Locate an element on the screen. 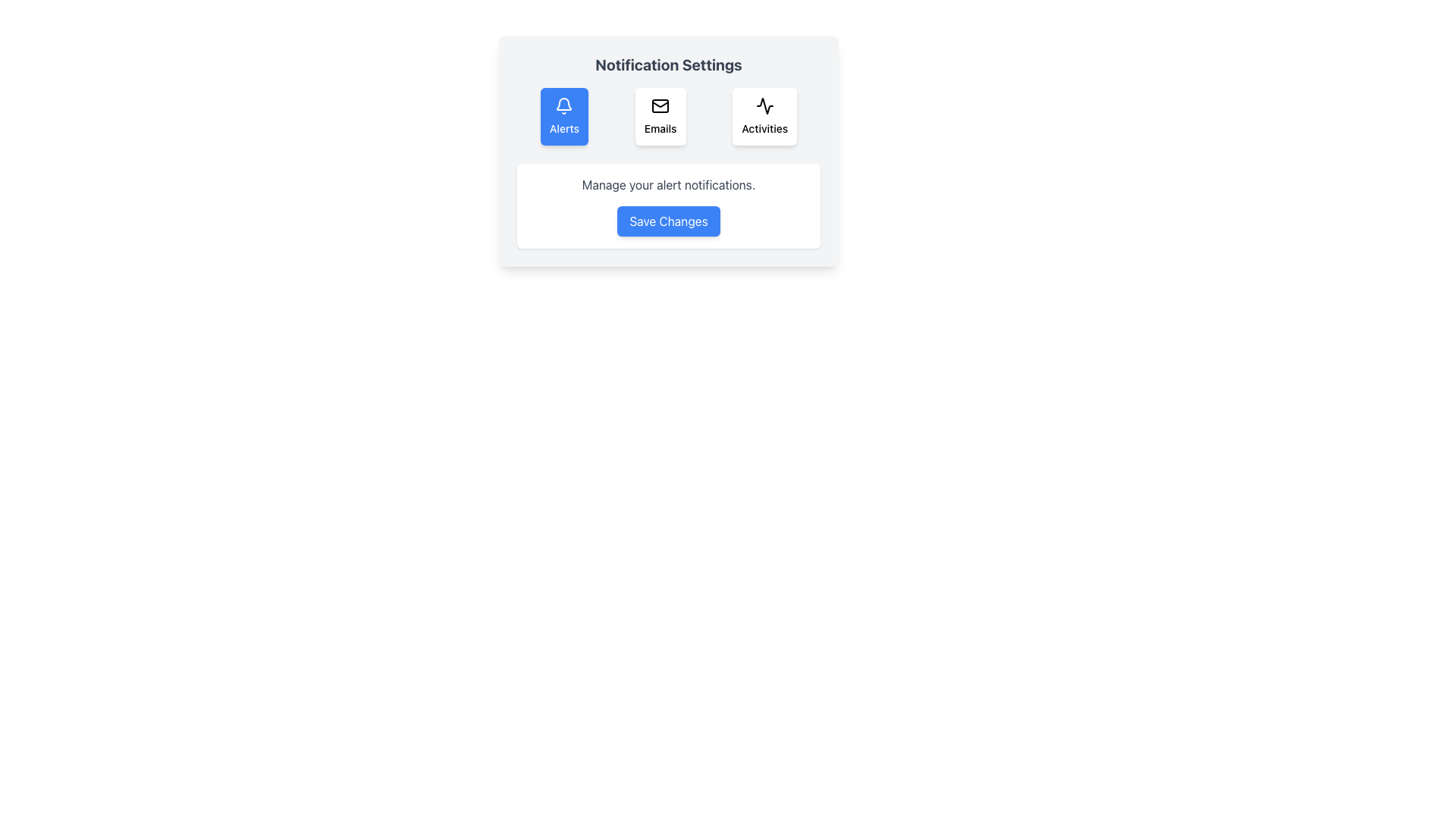 The height and width of the screenshot is (819, 1456). the SVG graphic part of the 'Emails' icon in the 'Notification Settings' interface is located at coordinates (661, 104).